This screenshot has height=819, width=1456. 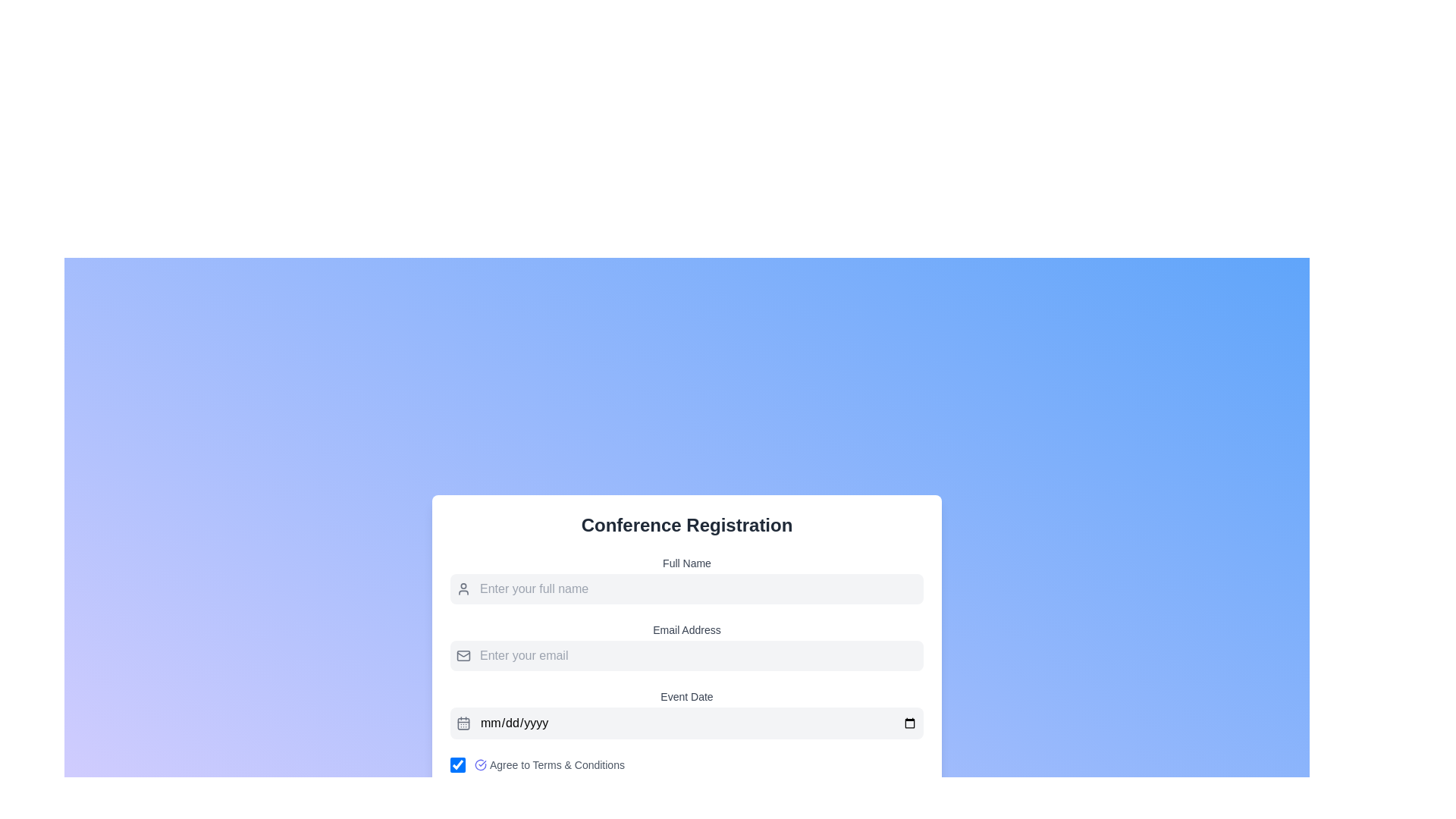 I want to click on the agreement icon located to the left of the 'Agree to Terms & Conditions' text, which serves as an indicator for agreement or confirmation, so click(x=479, y=765).